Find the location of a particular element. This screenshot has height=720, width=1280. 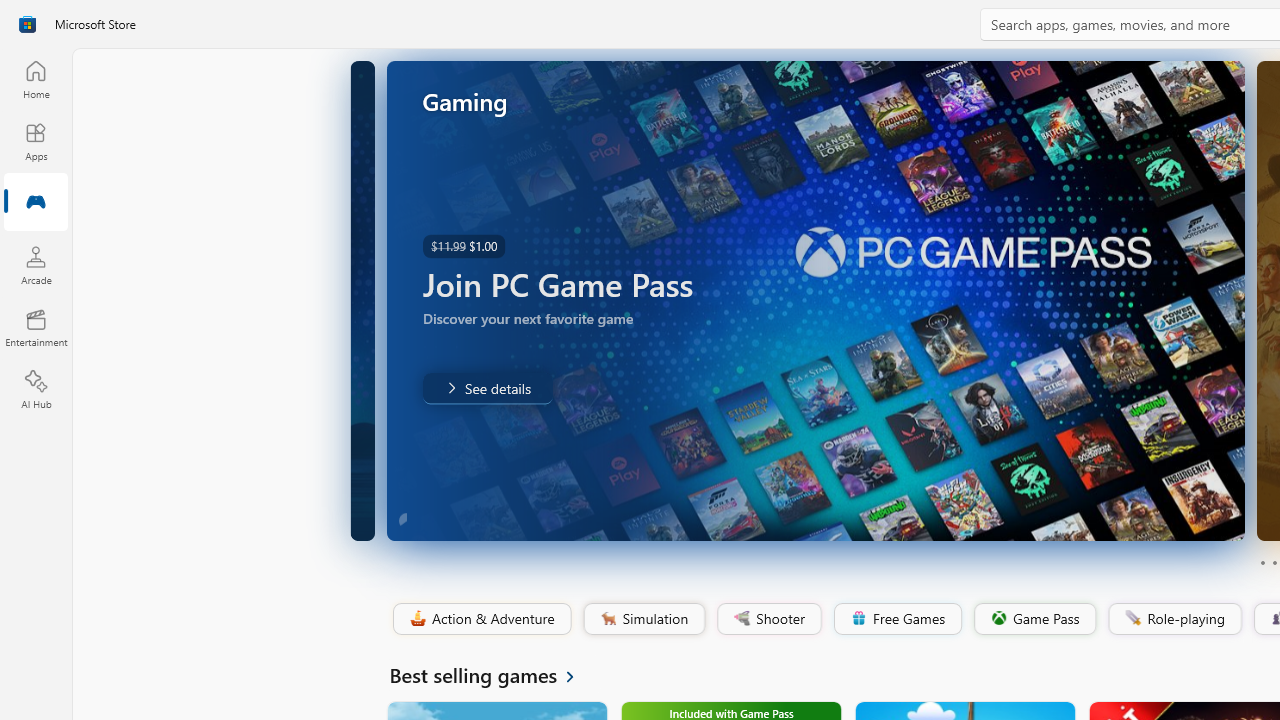

'AutomationID: Image' is located at coordinates (815, 300).